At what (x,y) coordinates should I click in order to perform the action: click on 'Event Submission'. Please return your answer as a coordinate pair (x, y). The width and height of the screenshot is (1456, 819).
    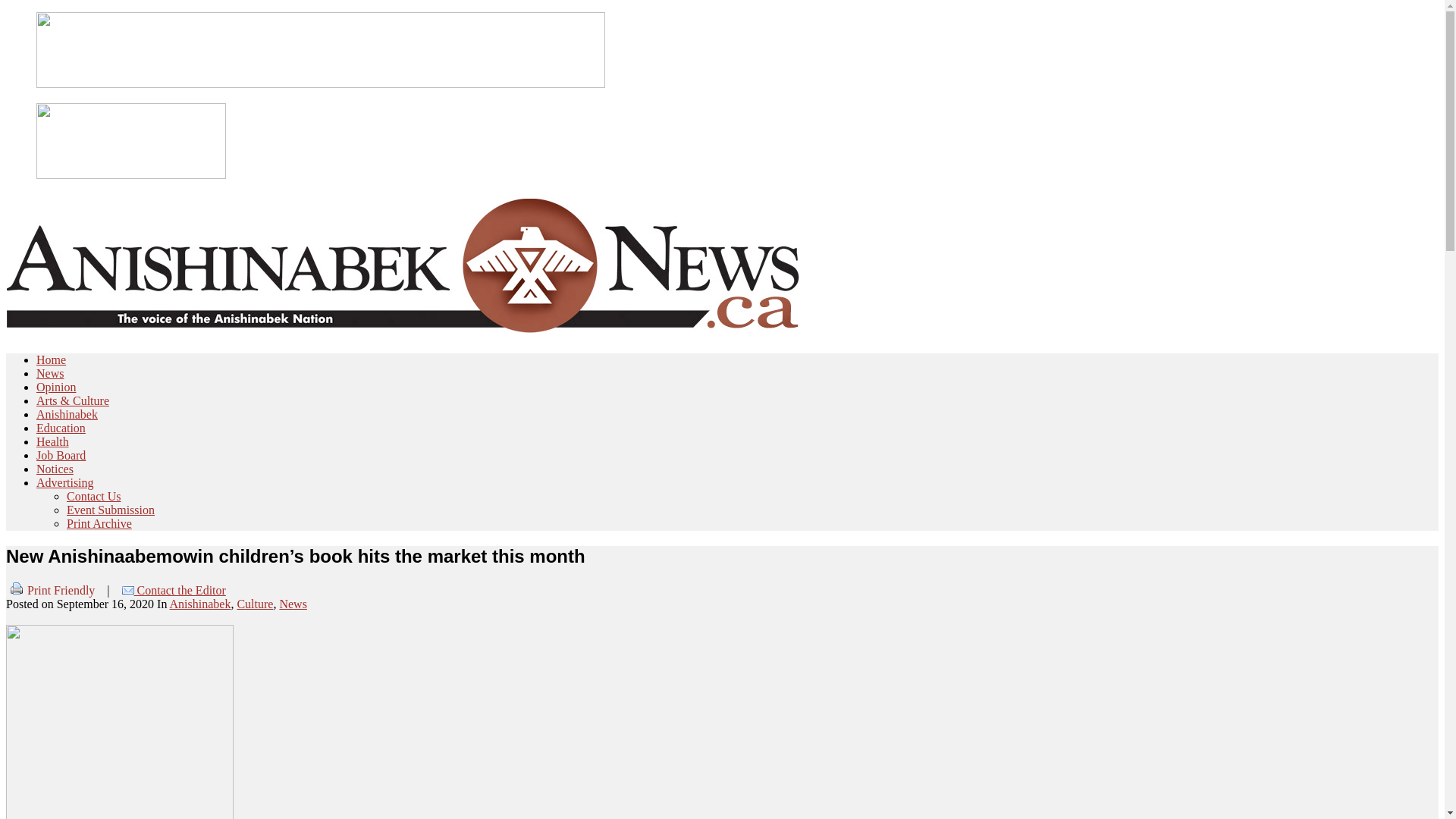
    Looking at the image, I should click on (109, 510).